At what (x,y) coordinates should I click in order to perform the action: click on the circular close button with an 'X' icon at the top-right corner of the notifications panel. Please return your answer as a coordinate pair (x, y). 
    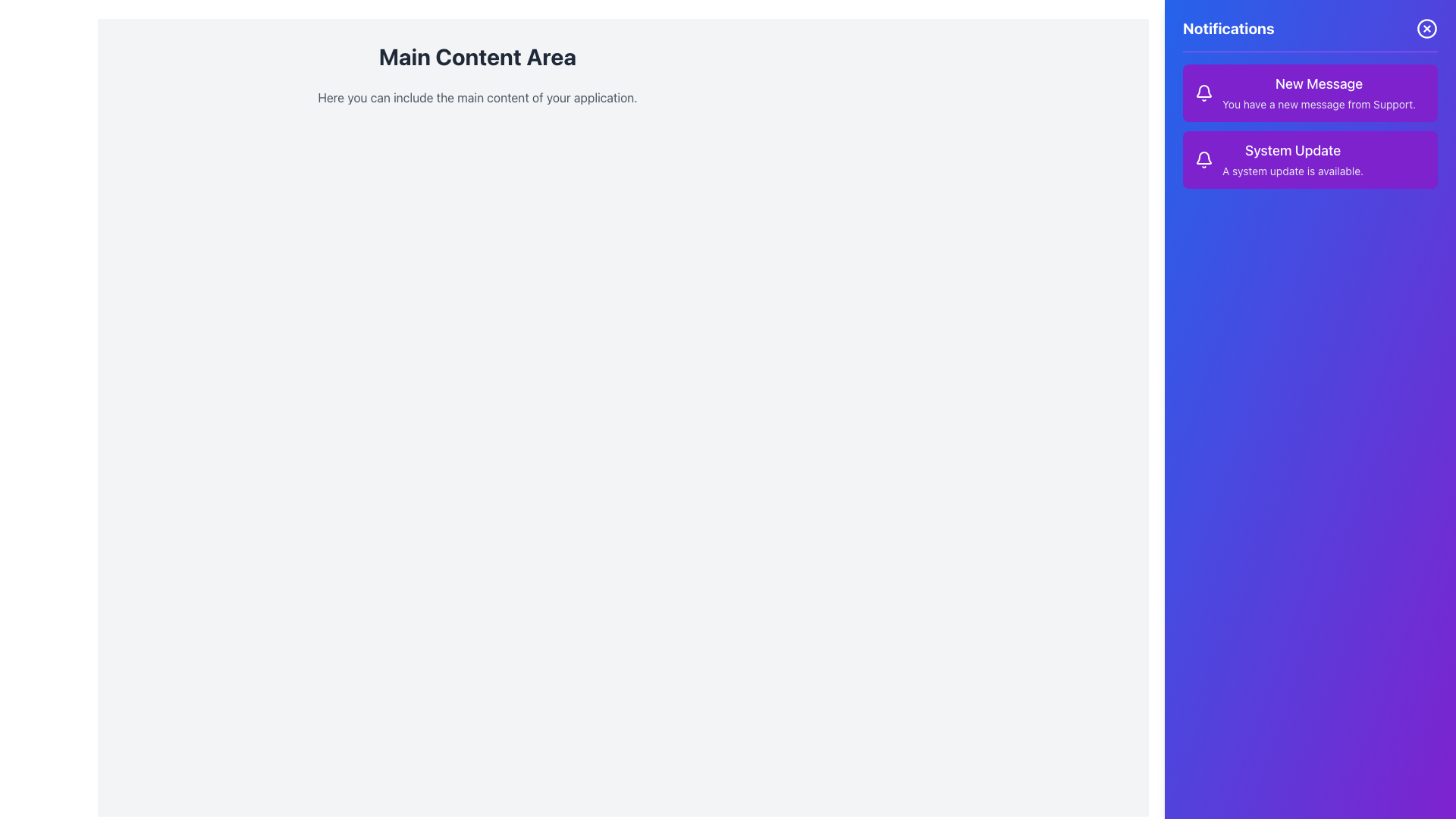
    Looking at the image, I should click on (1426, 29).